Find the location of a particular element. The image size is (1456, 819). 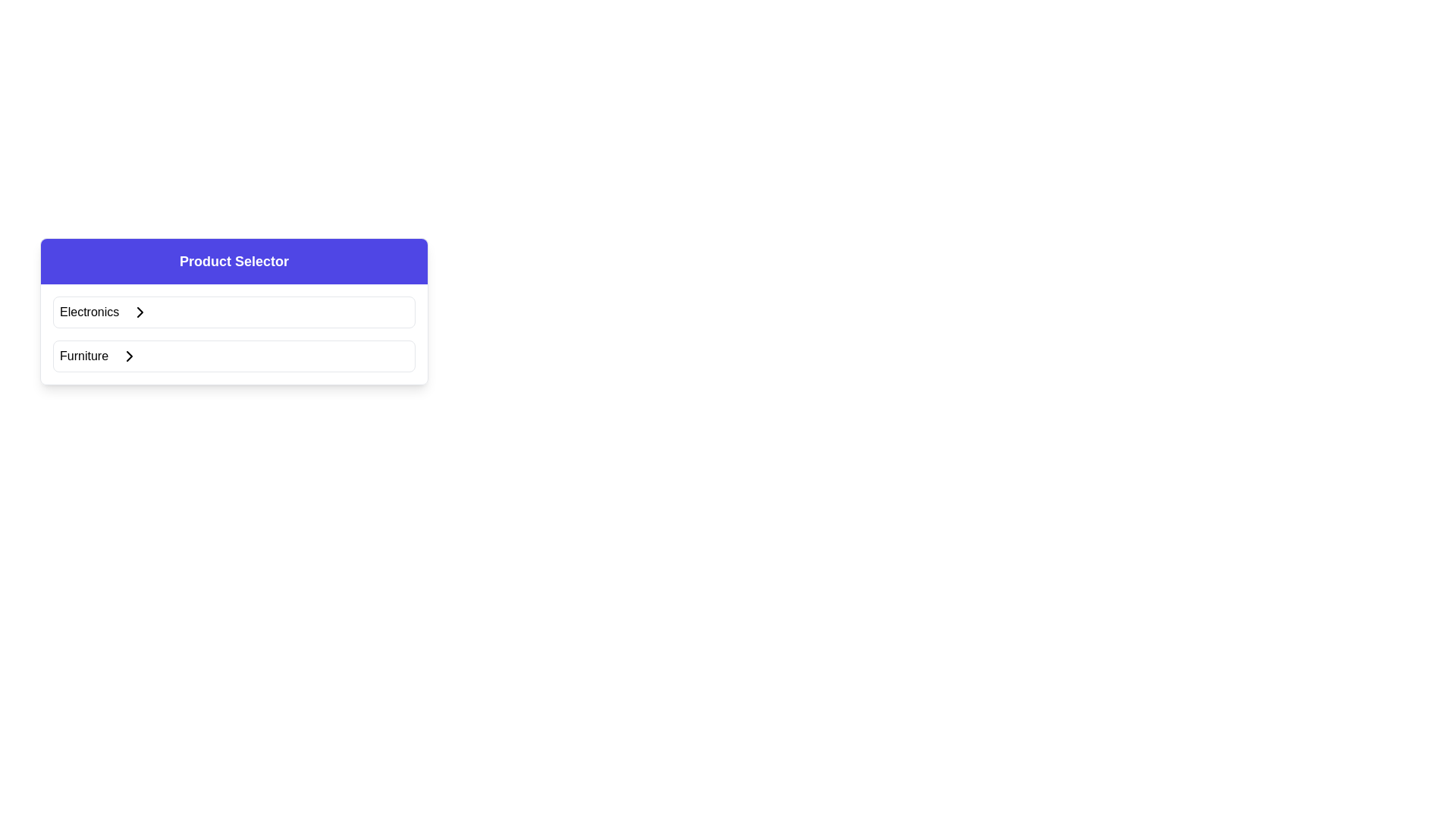

the chevron icon following the text 'Furniture' in the second row of the selection interface is located at coordinates (130, 356).